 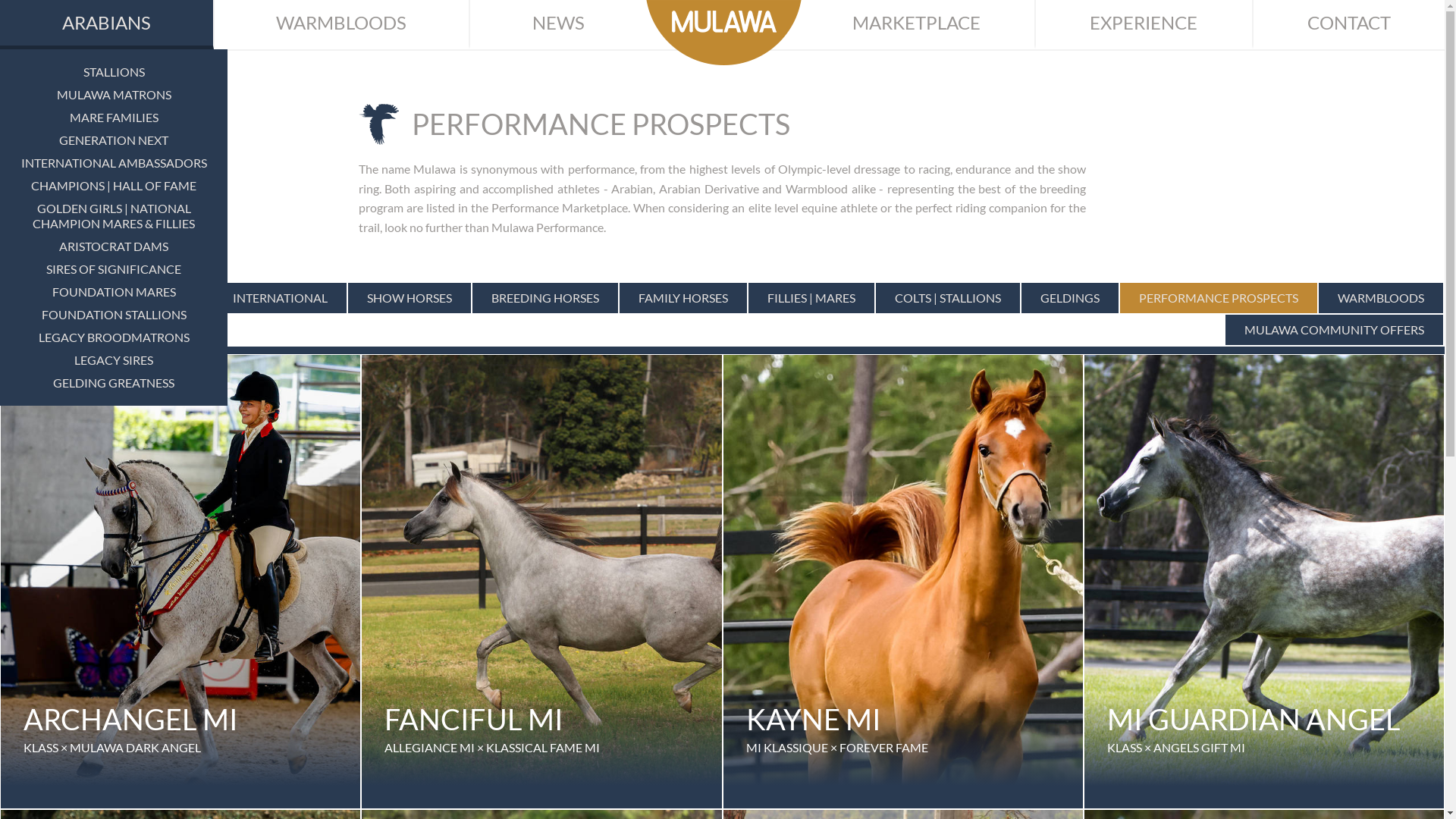 What do you see at coordinates (112, 185) in the screenshot?
I see `'CHAMPIONS | HALL OF FAME'` at bounding box center [112, 185].